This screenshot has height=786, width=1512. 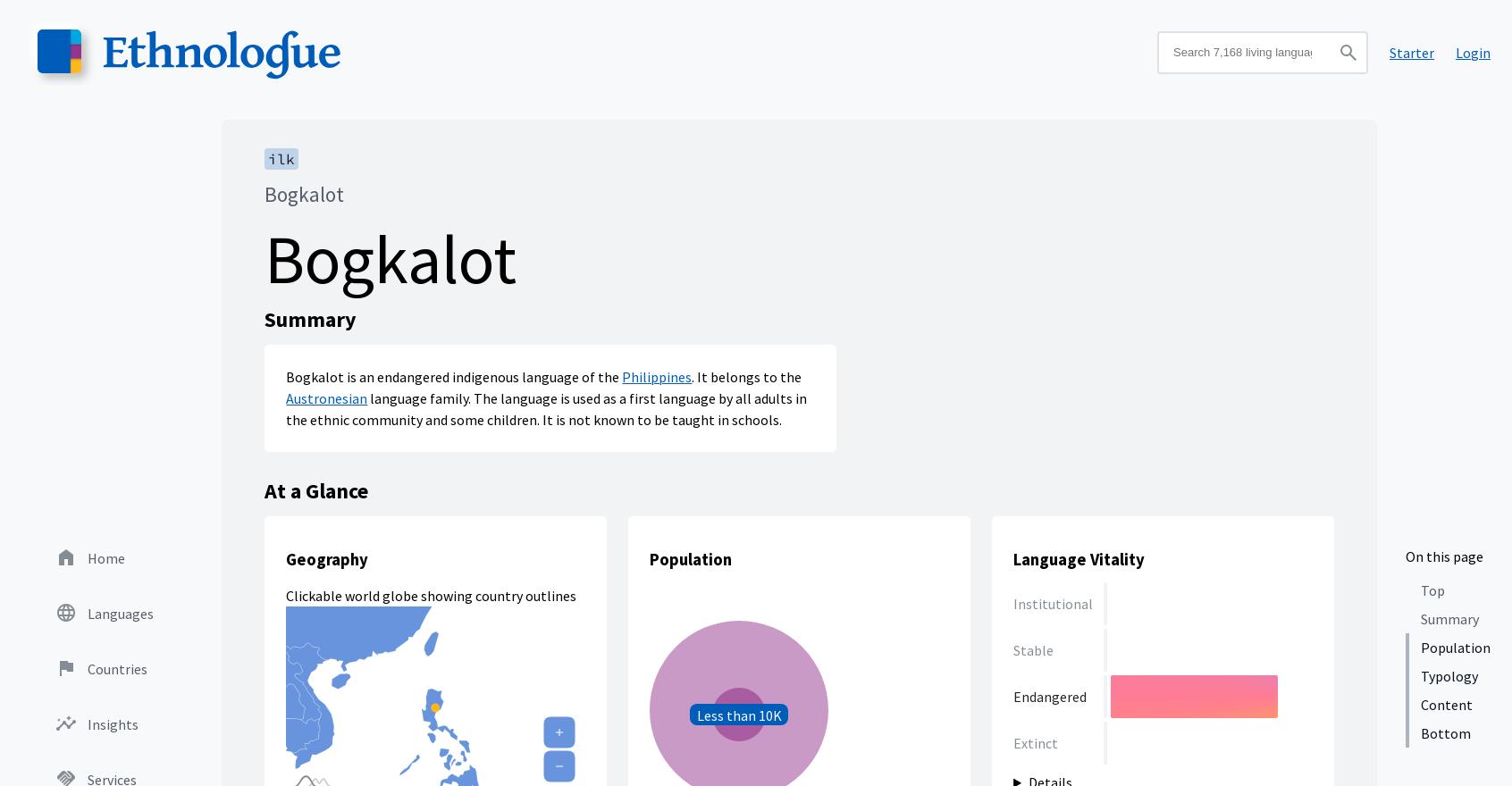 I want to click on 'Services', so click(x=112, y=252).